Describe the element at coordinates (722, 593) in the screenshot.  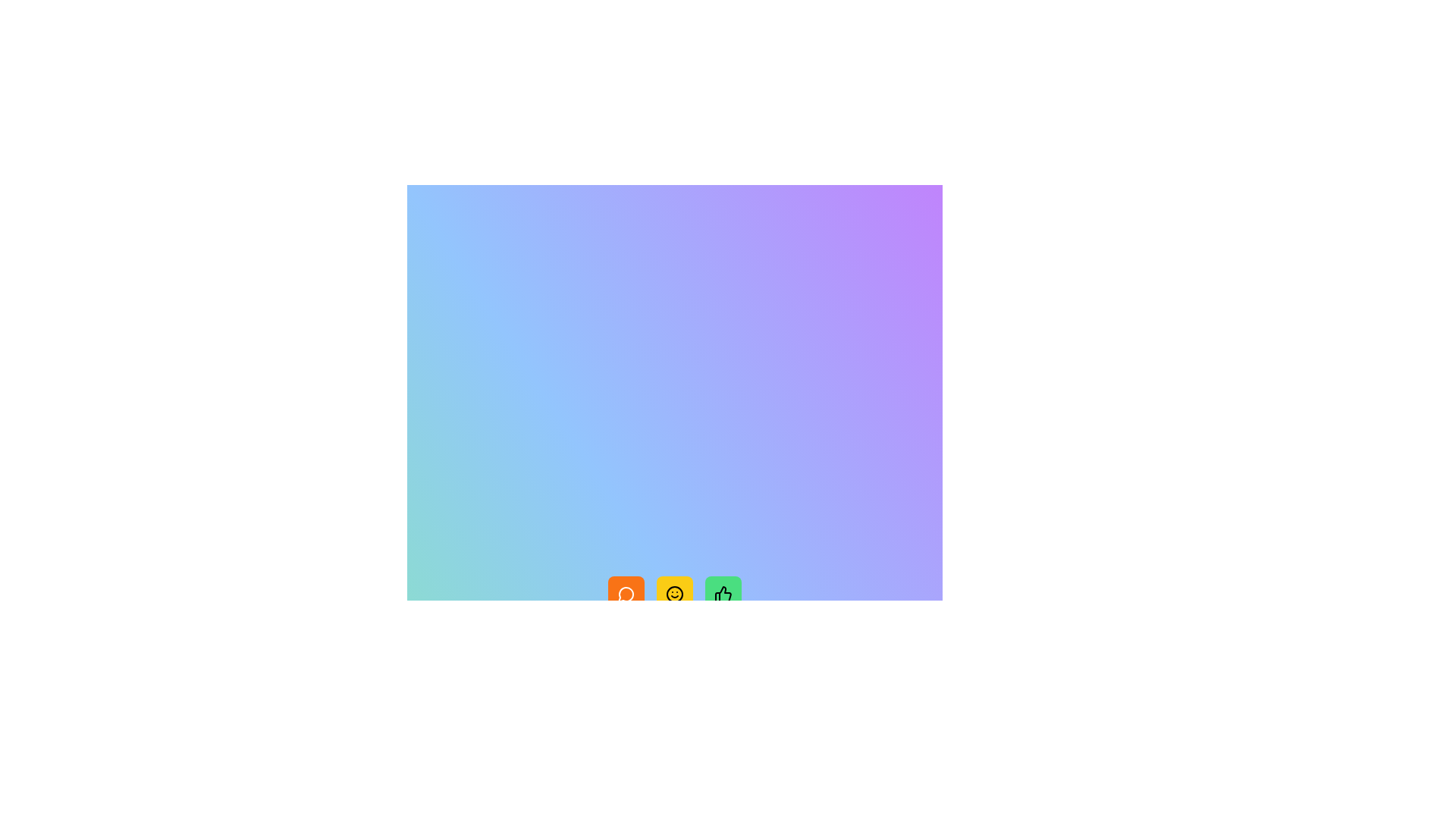
I see `thumbs-up SVG icon located at the bottom-right of the interface, which is the last item in a horizontal row of three similar buttons` at that location.